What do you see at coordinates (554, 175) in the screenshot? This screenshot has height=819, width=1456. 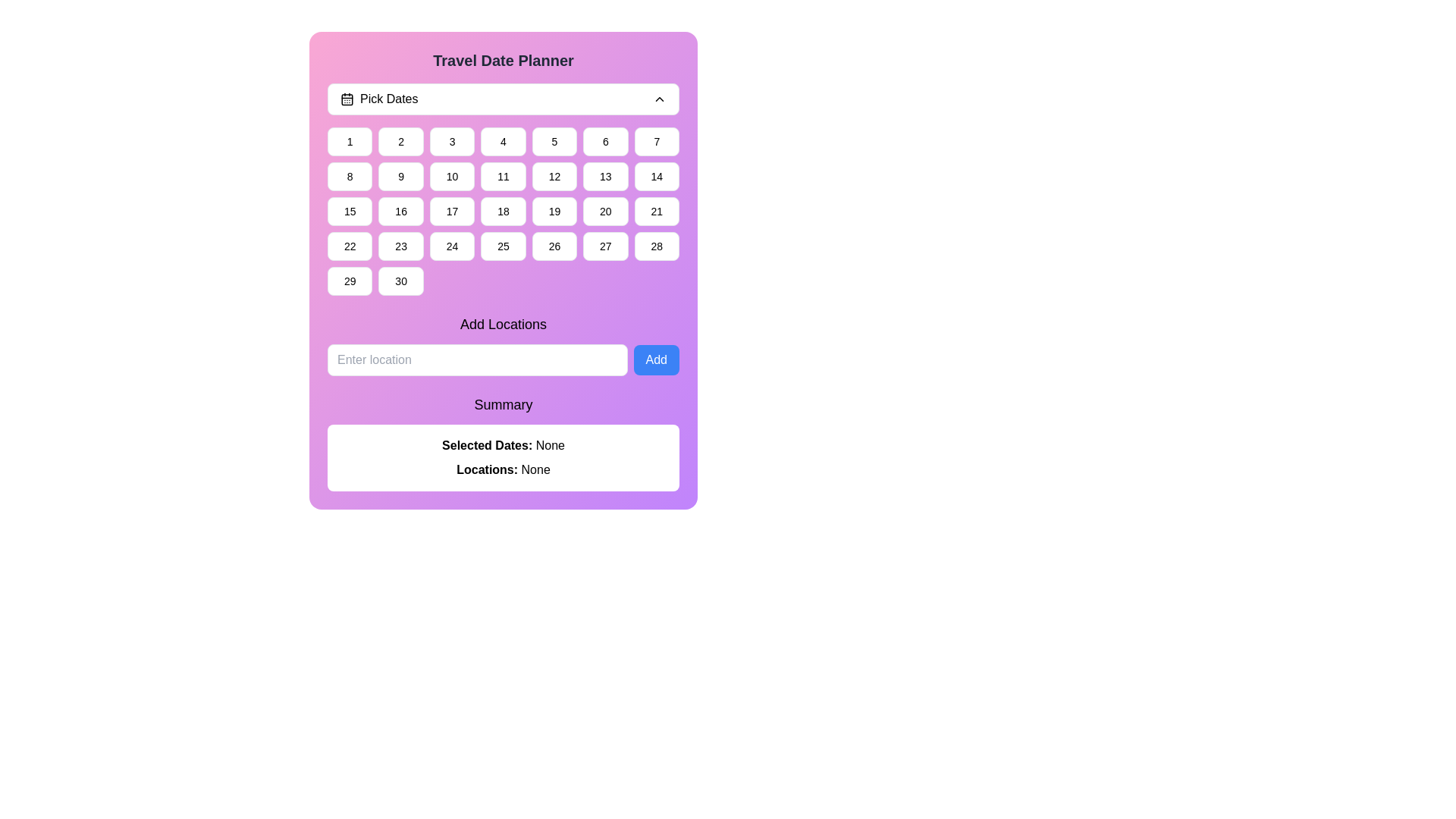 I see `the rectangular button with rounded corners that has a black numeral '12' centered inside, located in the second row and sixth column of the grid layout in the date picker section` at bounding box center [554, 175].